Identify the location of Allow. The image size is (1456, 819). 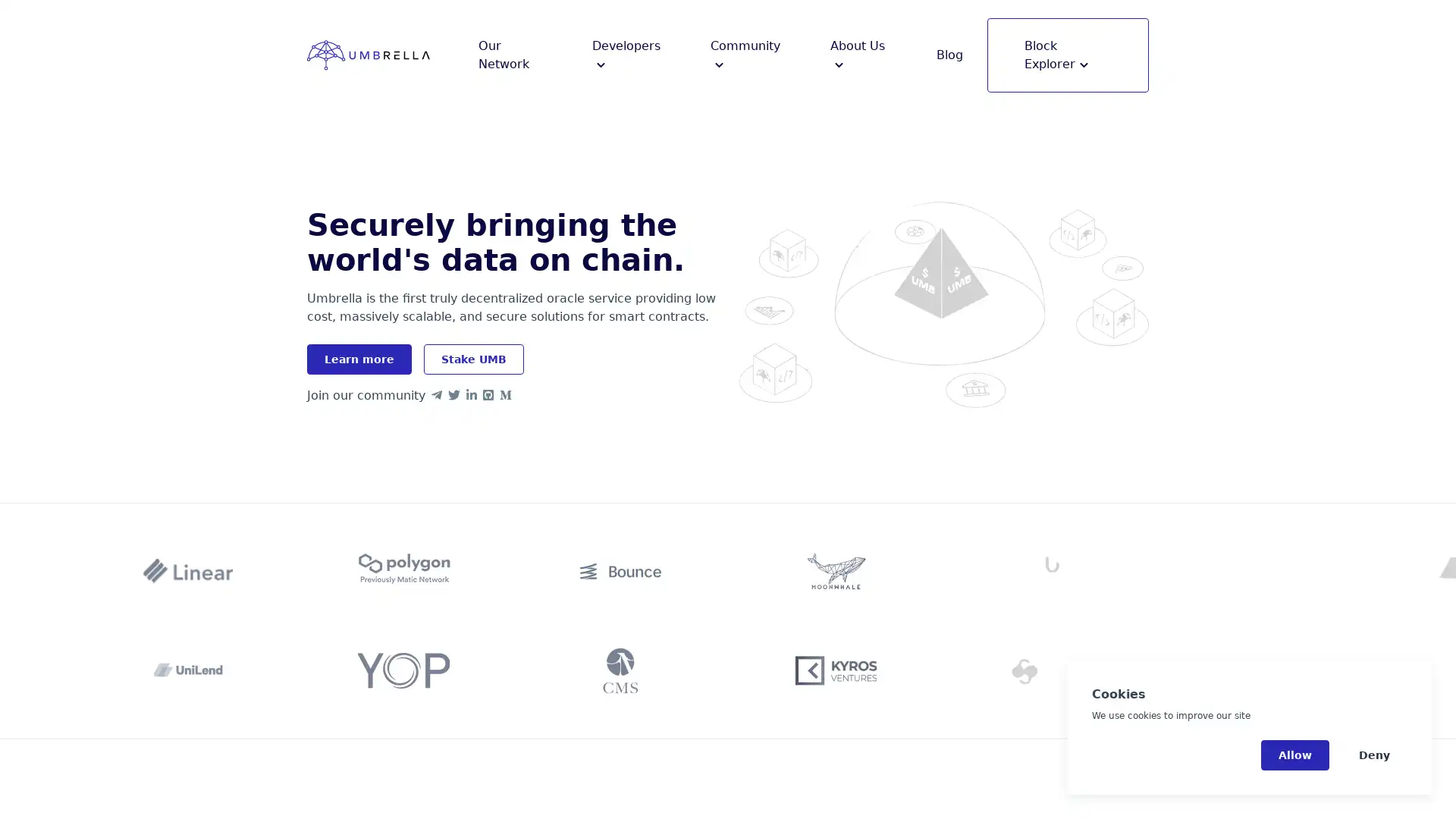
(1294, 755).